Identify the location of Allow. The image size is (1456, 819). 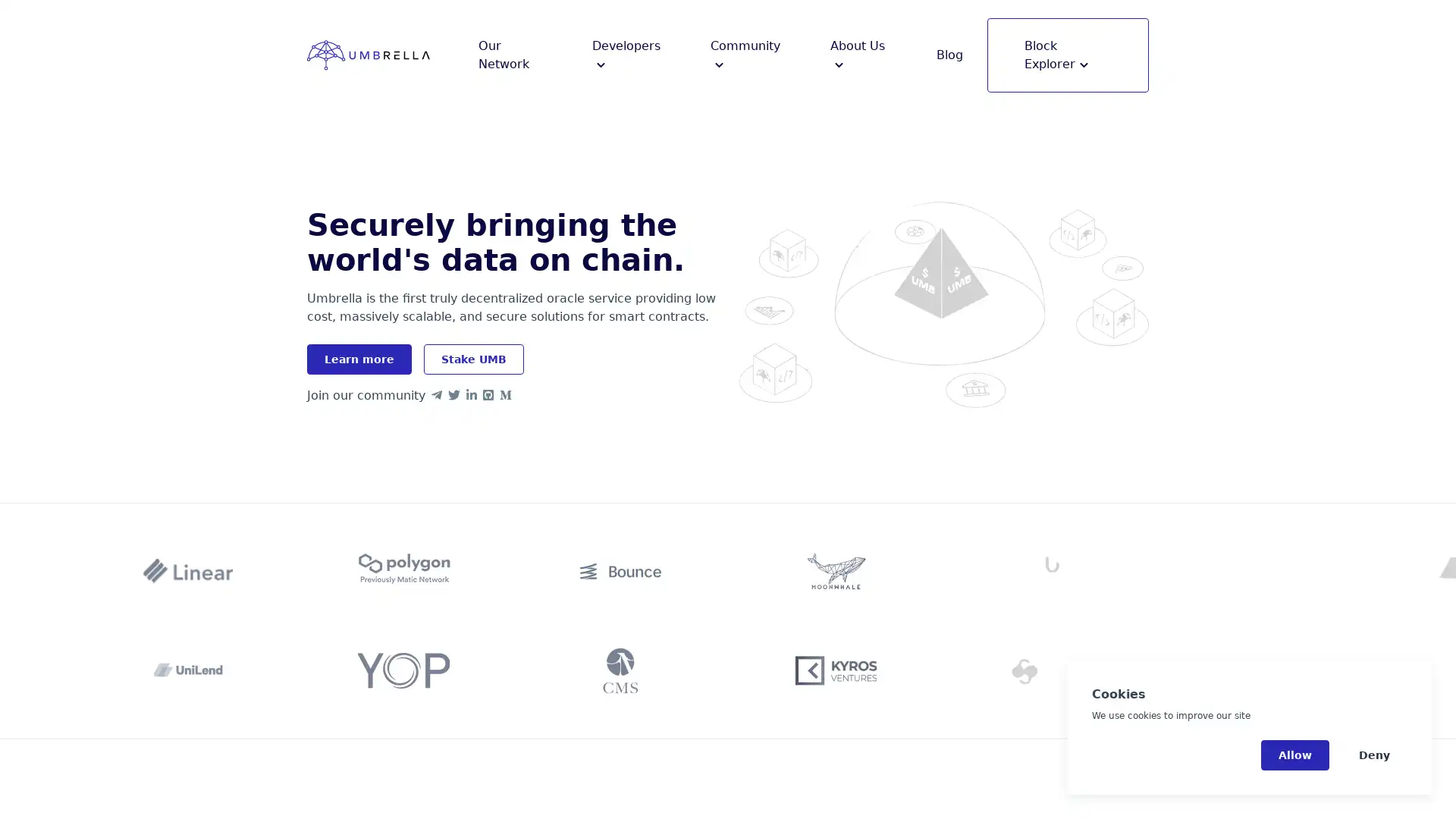
(1294, 755).